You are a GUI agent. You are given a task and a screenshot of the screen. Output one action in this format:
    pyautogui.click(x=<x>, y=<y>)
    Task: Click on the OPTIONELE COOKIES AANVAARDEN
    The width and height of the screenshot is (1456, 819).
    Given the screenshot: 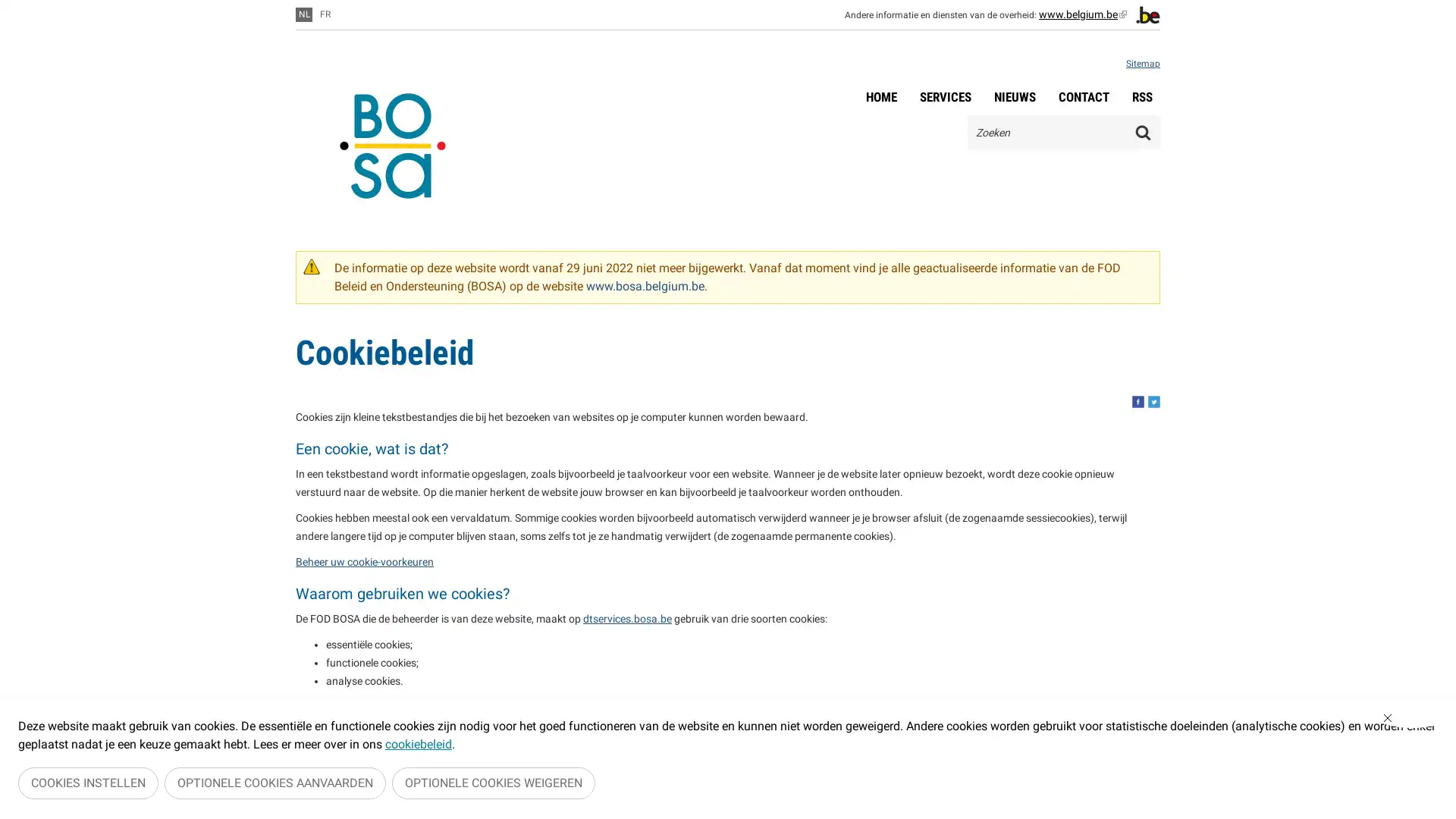 What is the action you would take?
    pyautogui.click(x=275, y=784)
    